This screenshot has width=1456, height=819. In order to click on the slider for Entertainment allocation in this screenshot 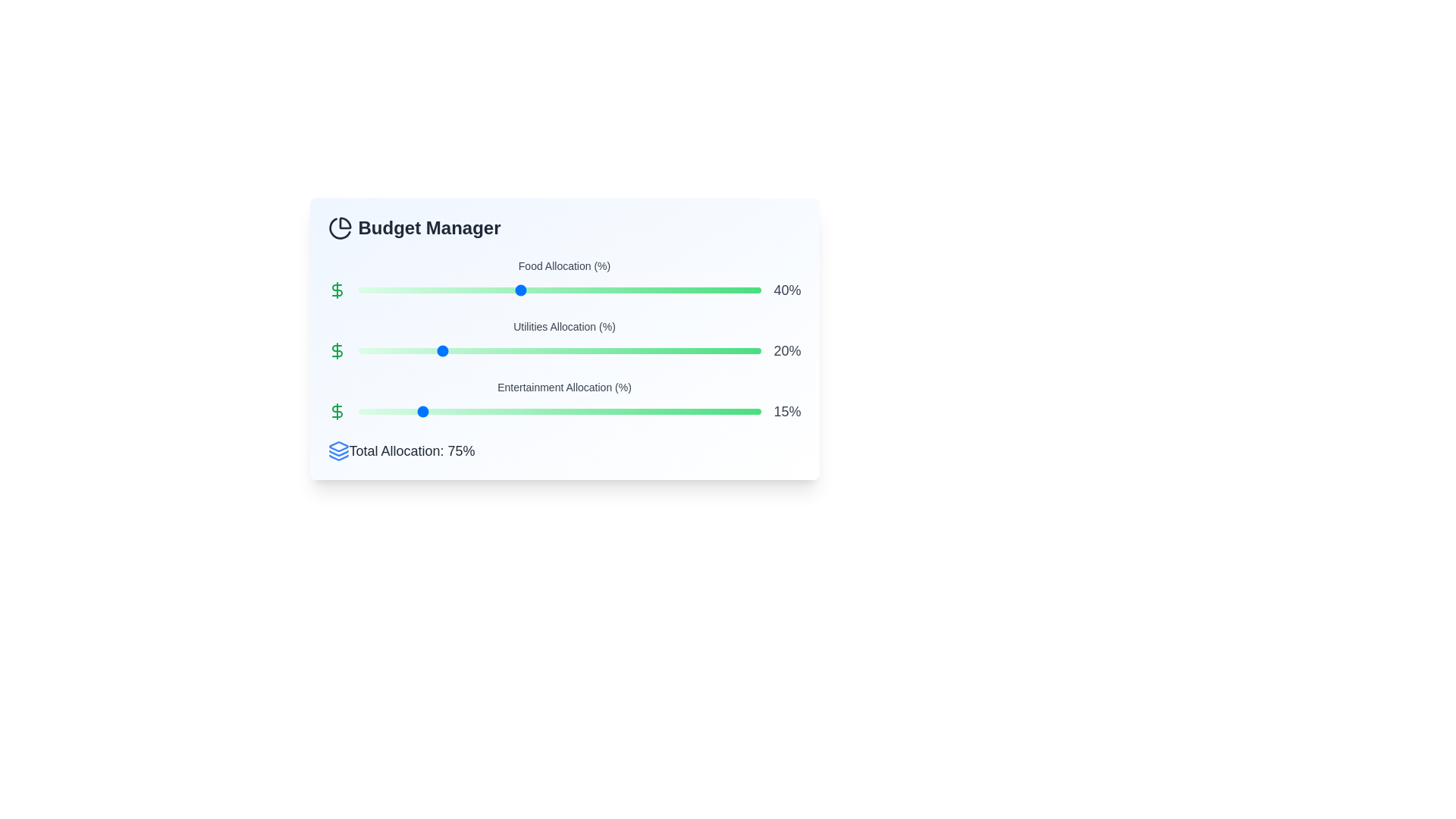, I will do `click(559, 412)`.